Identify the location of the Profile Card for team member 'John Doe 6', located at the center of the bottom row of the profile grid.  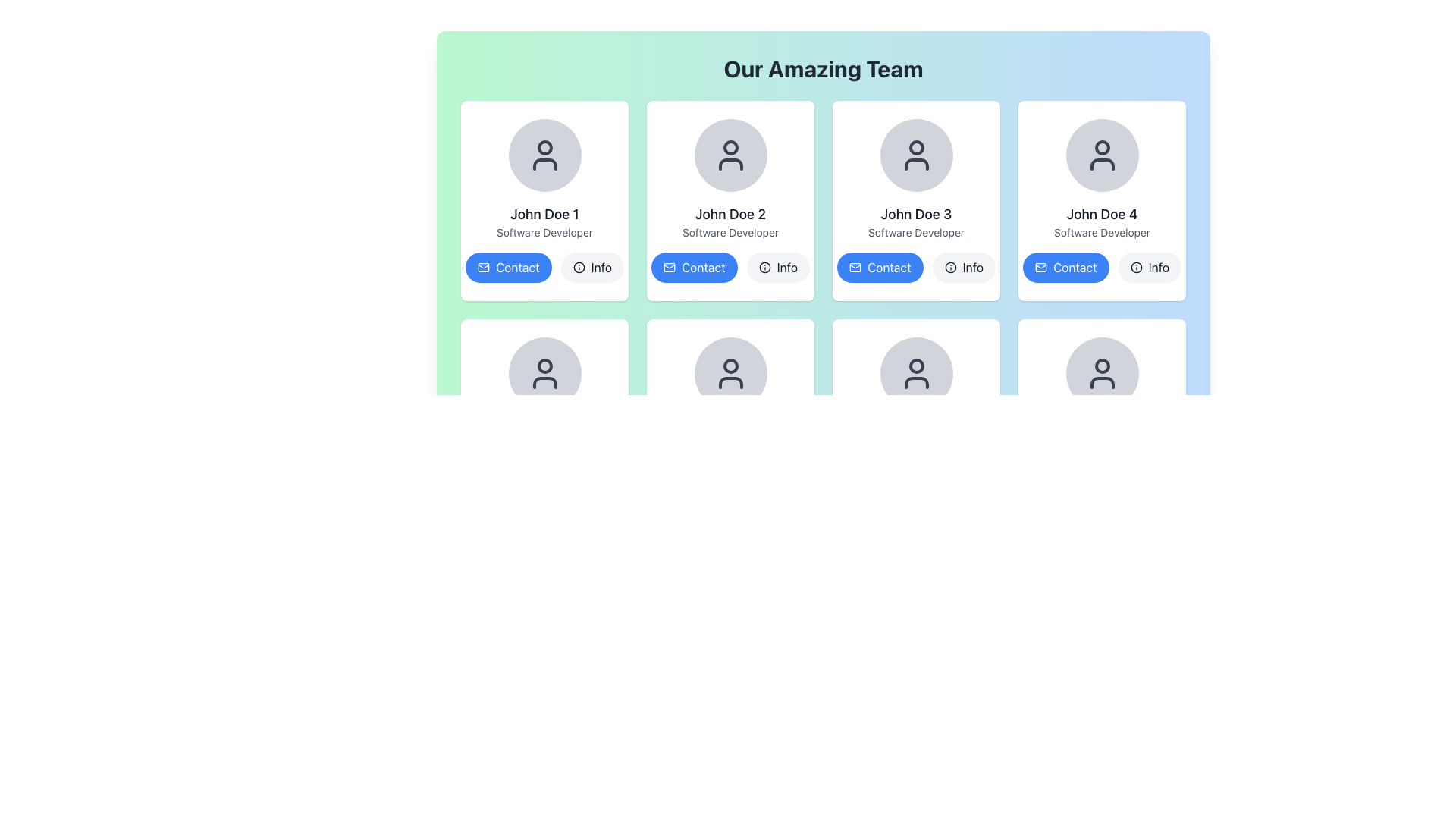
(730, 419).